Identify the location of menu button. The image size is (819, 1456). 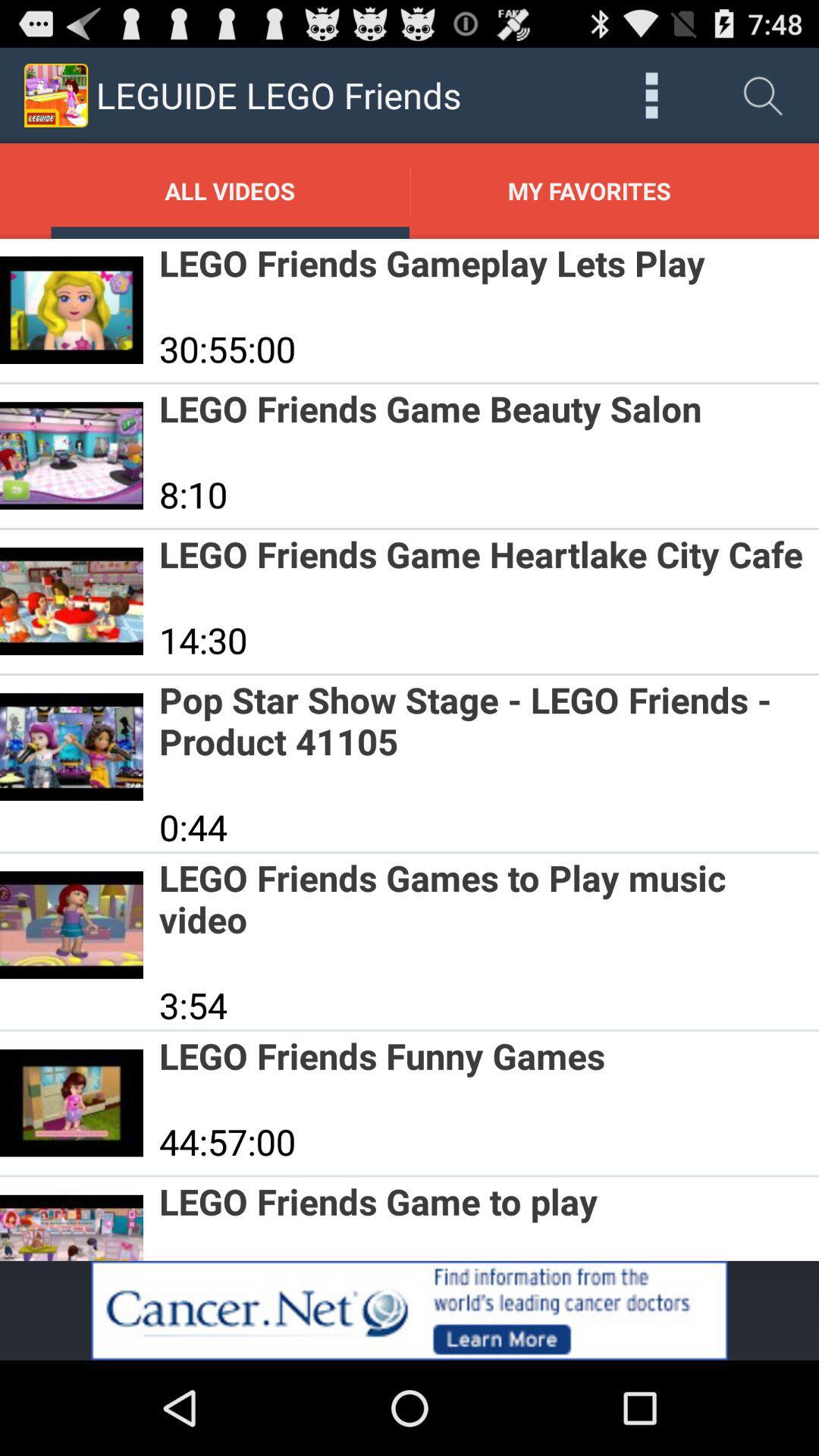
(651, 94).